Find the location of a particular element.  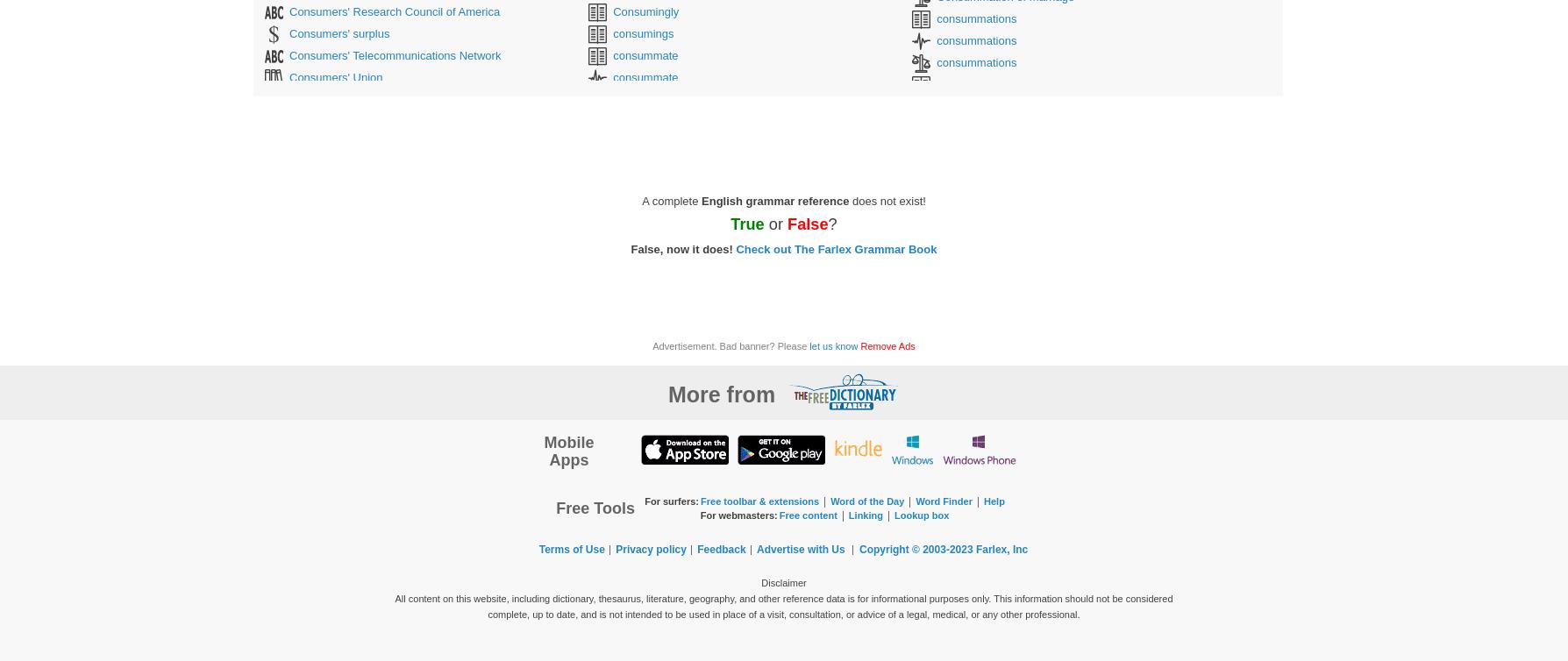

'Feedback' is located at coordinates (720, 549).